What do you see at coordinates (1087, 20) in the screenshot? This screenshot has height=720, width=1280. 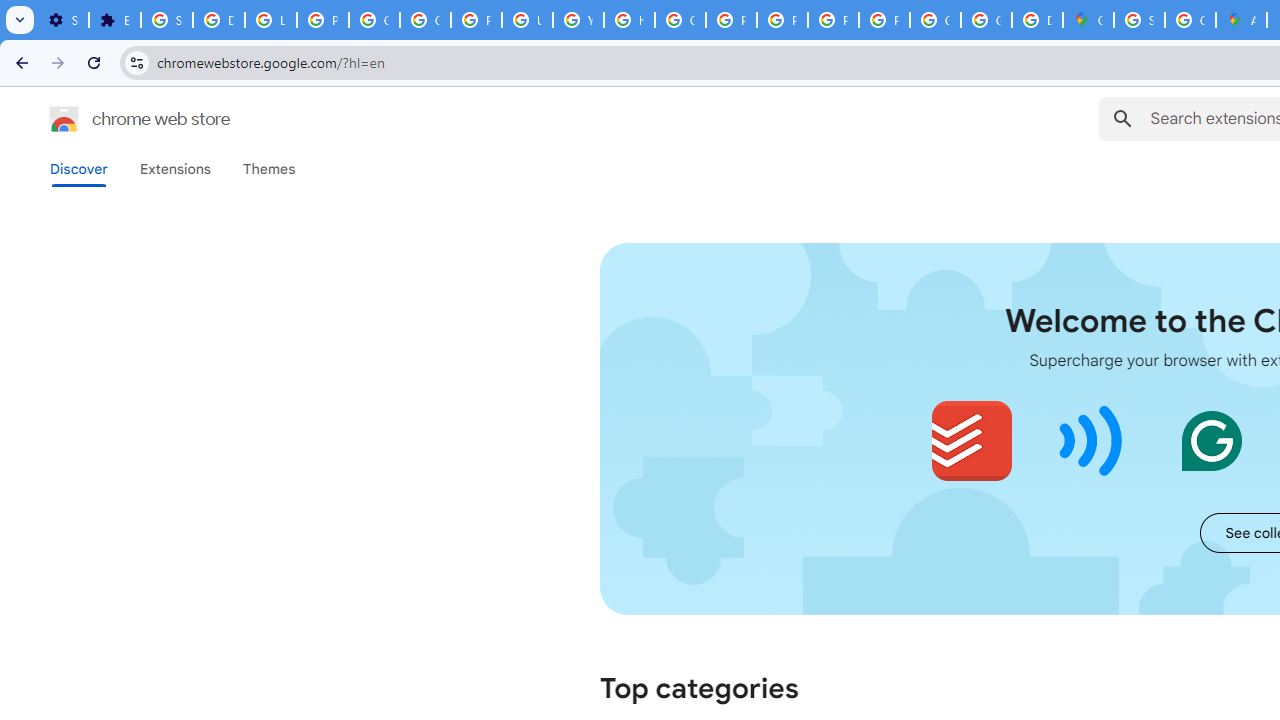 I see `'Google Maps'` at bounding box center [1087, 20].